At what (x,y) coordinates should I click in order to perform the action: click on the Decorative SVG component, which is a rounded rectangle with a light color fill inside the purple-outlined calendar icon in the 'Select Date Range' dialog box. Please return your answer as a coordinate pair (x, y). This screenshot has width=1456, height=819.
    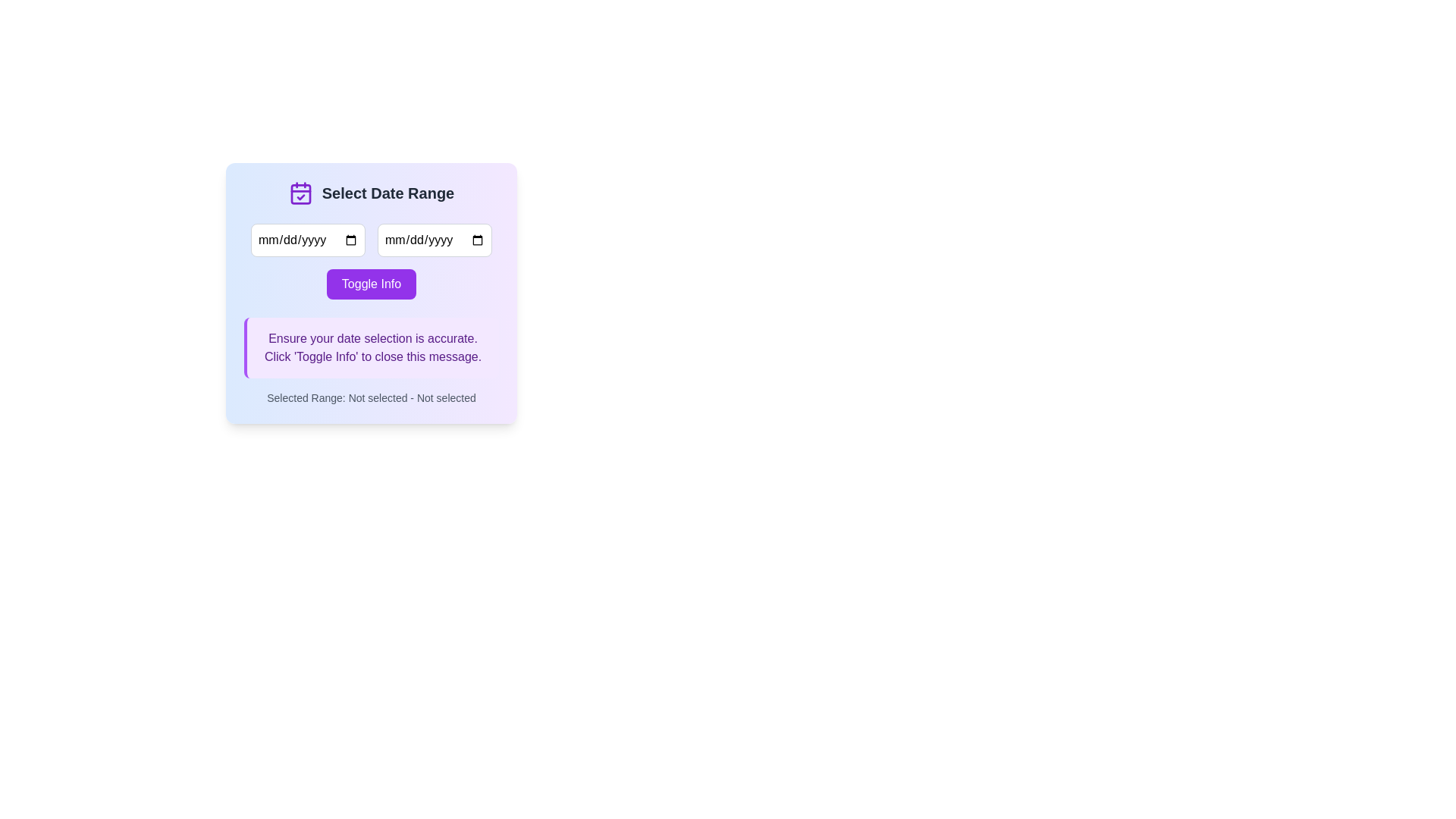
    Looking at the image, I should click on (300, 193).